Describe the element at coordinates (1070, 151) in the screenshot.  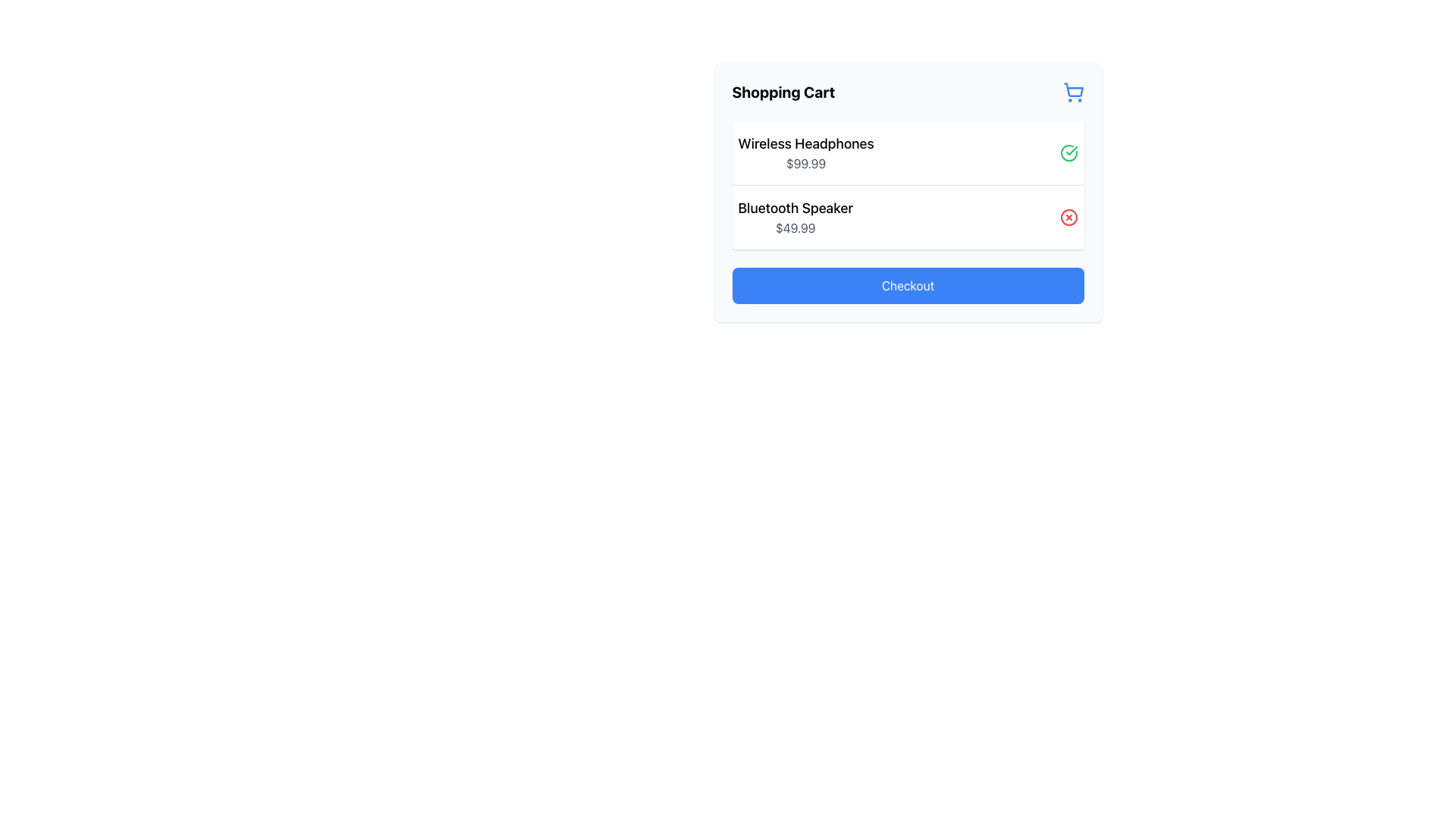
I see `the green checkmark icon indicating a positive action in the 'Wireless Headphones' row of the shopping cart` at that location.